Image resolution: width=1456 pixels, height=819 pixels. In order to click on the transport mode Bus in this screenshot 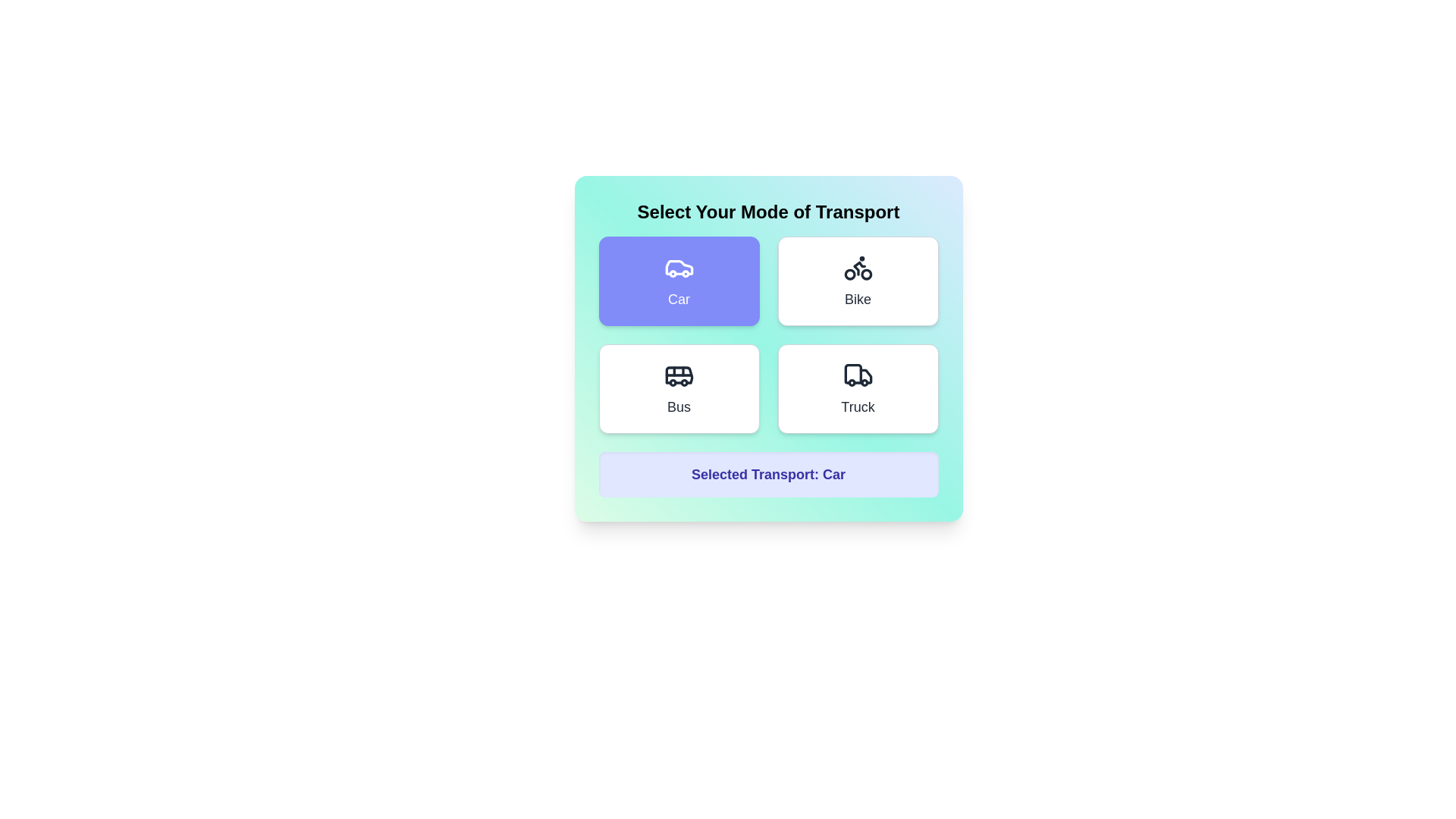, I will do `click(678, 388)`.